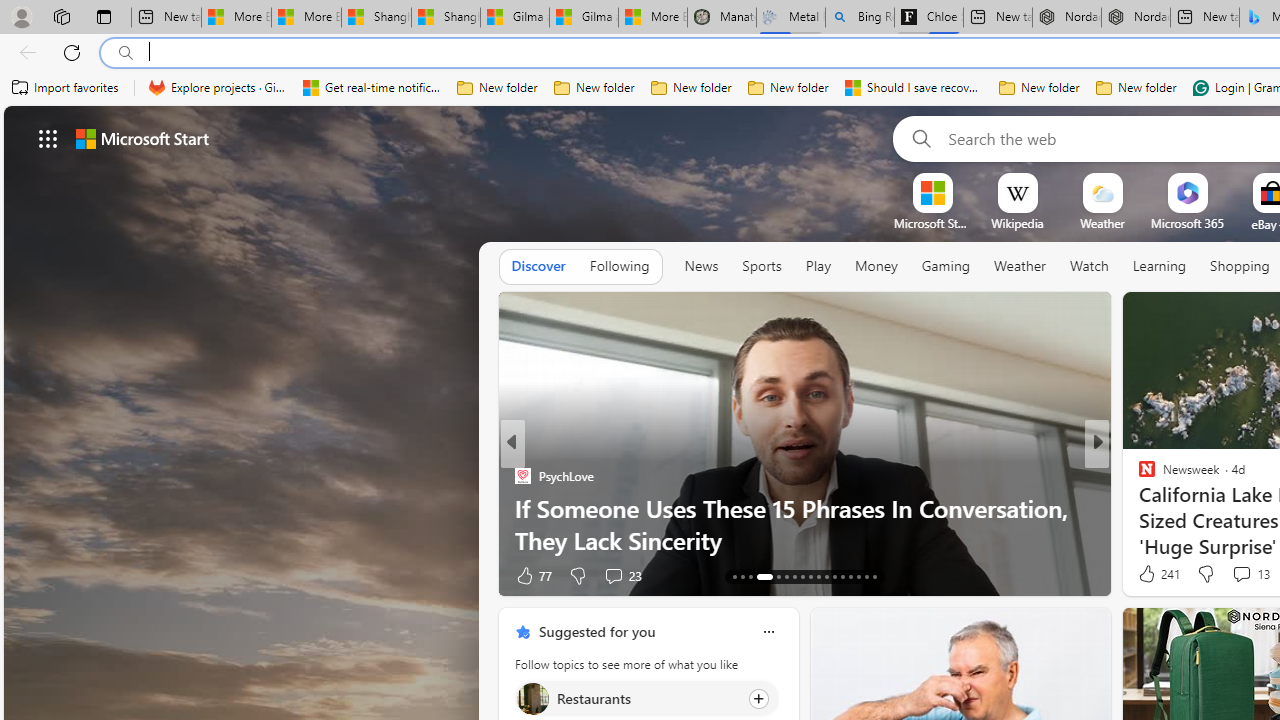 This screenshot has height=720, width=1280. I want to click on 'AutomationID: tab-22', so click(818, 577).